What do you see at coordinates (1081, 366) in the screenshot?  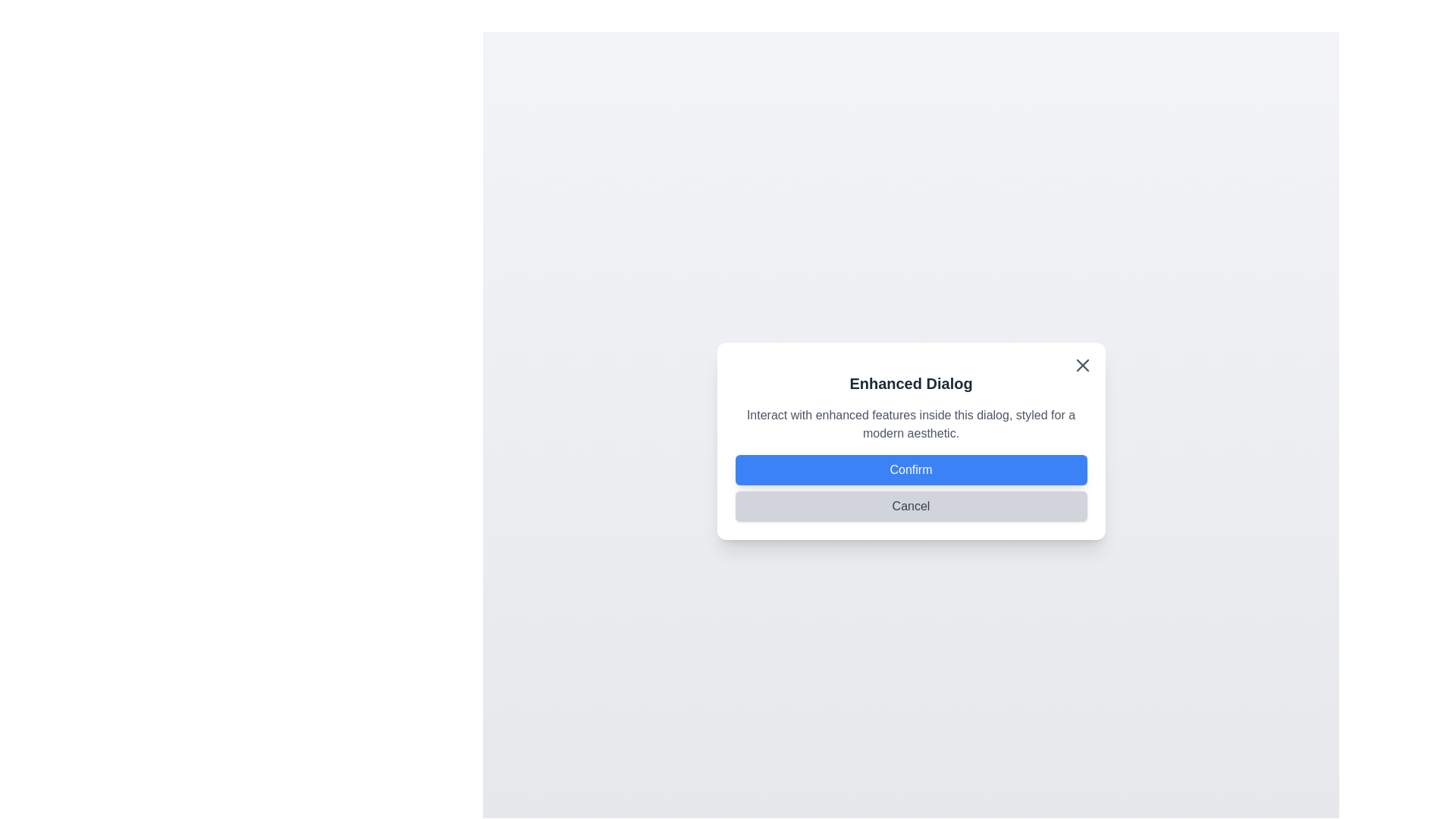 I see `the close button (X) located at the top-right corner of the dialog box` at bounding box center [1081, 366].